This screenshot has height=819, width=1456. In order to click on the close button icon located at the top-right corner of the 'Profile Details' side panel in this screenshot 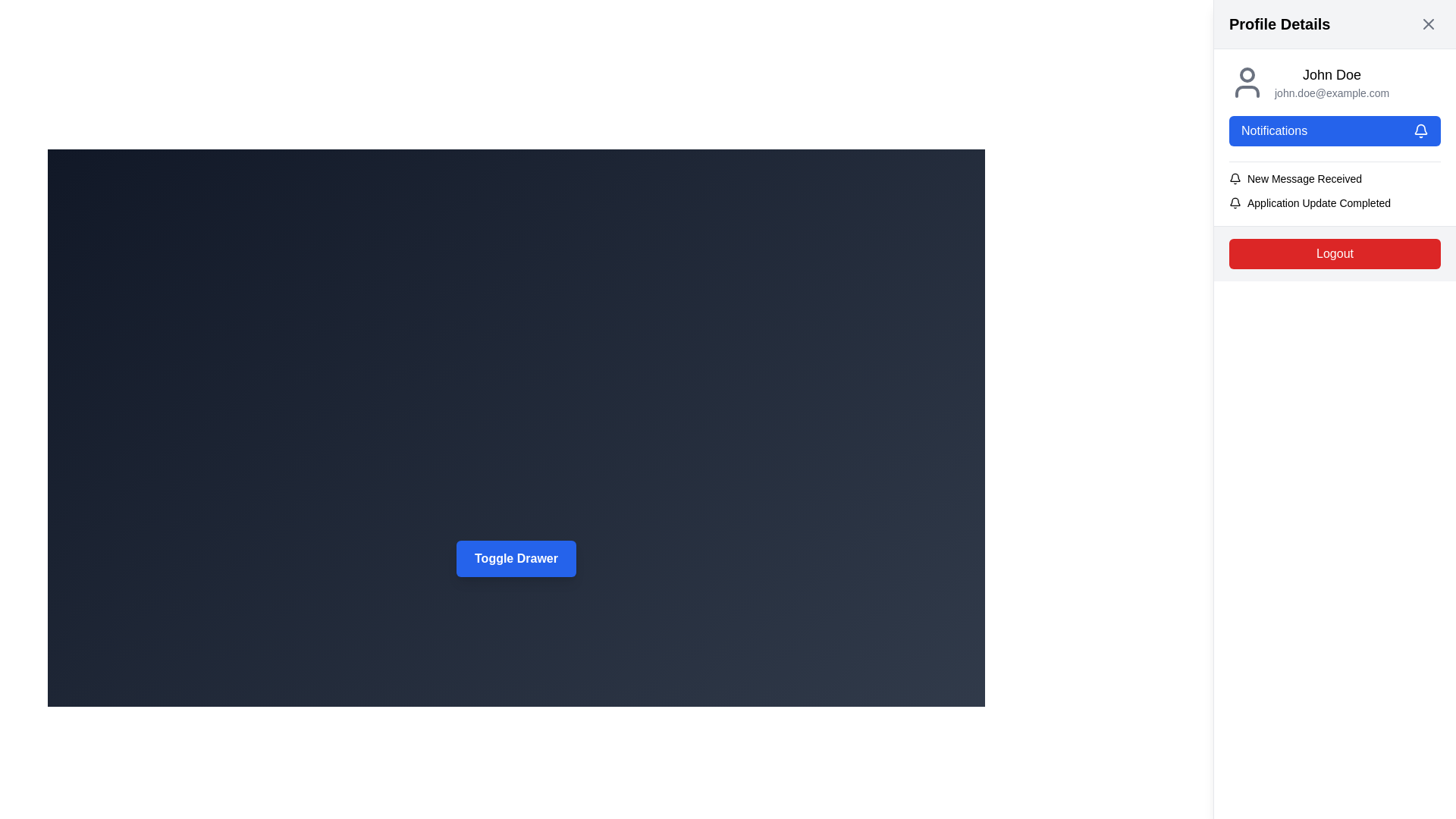, I will do `click(1427, 24)`.